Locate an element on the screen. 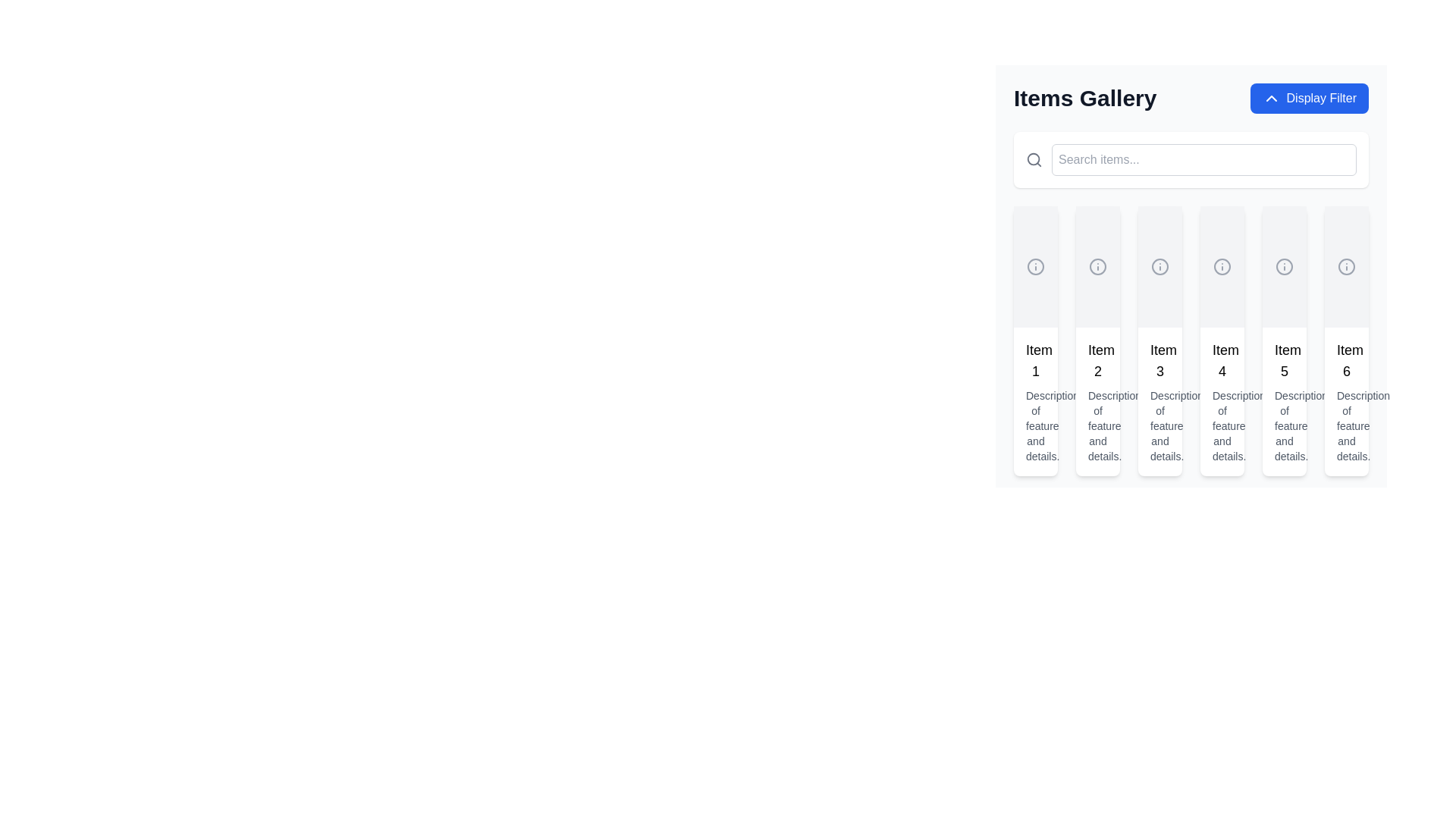  the static text block labeled 'Item 4', which is the fourth element in a horizontal list of feature cards is located at coordinates (1222, 400).